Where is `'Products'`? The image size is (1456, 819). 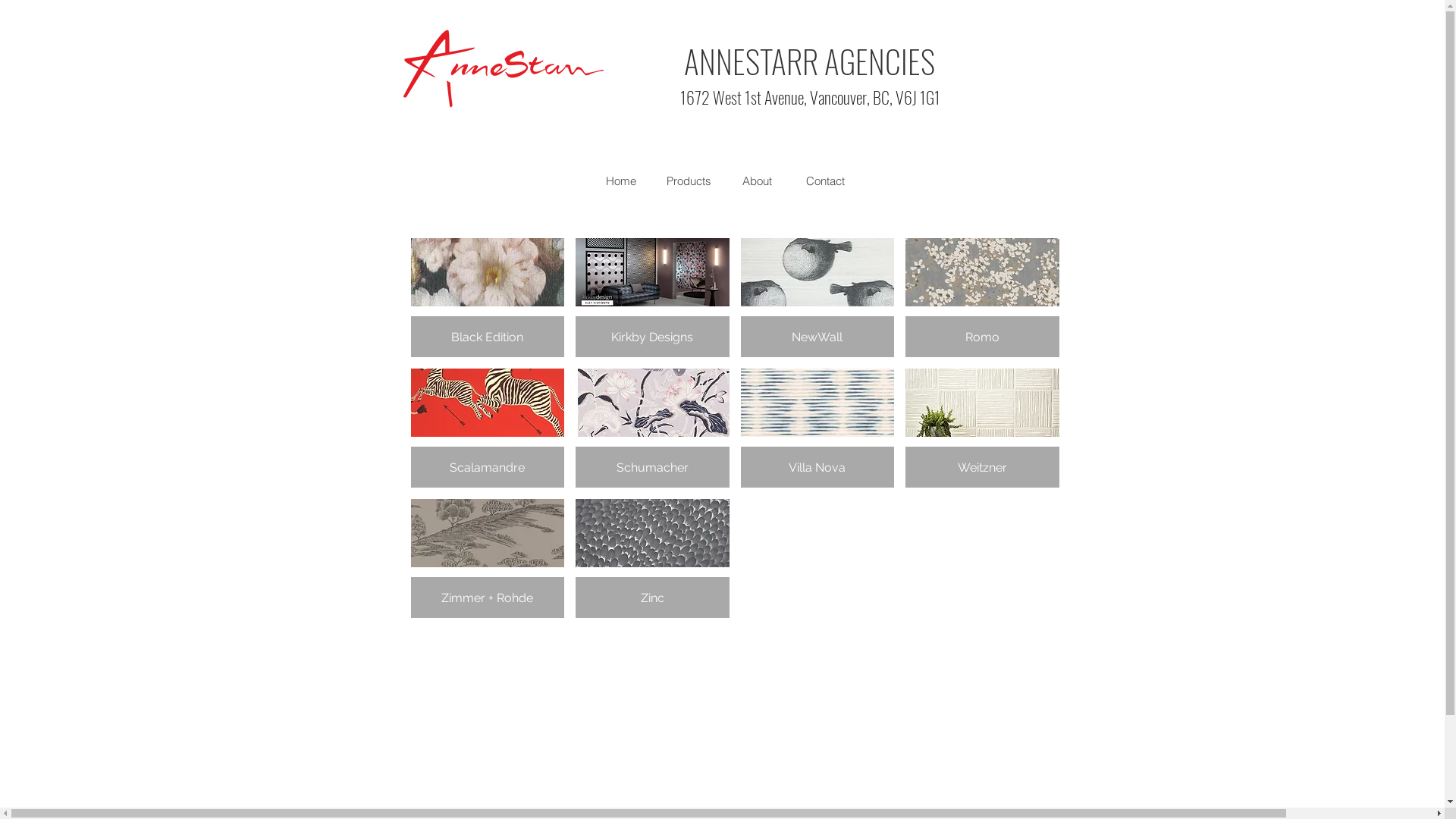 'Products' is located at coordinates (687, 180).